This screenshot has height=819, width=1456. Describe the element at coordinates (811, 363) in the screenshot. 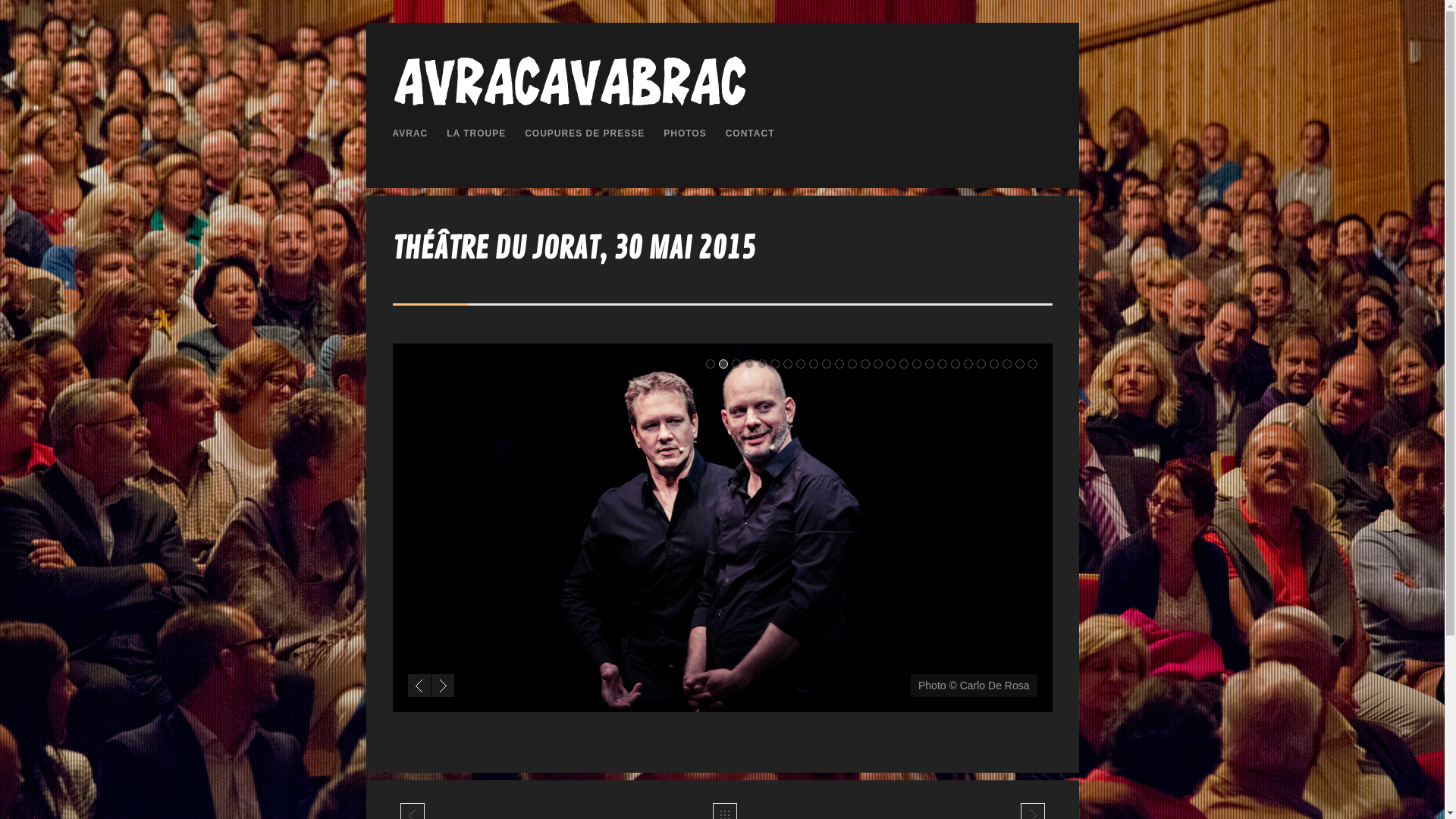

I see `'9'` at that location.